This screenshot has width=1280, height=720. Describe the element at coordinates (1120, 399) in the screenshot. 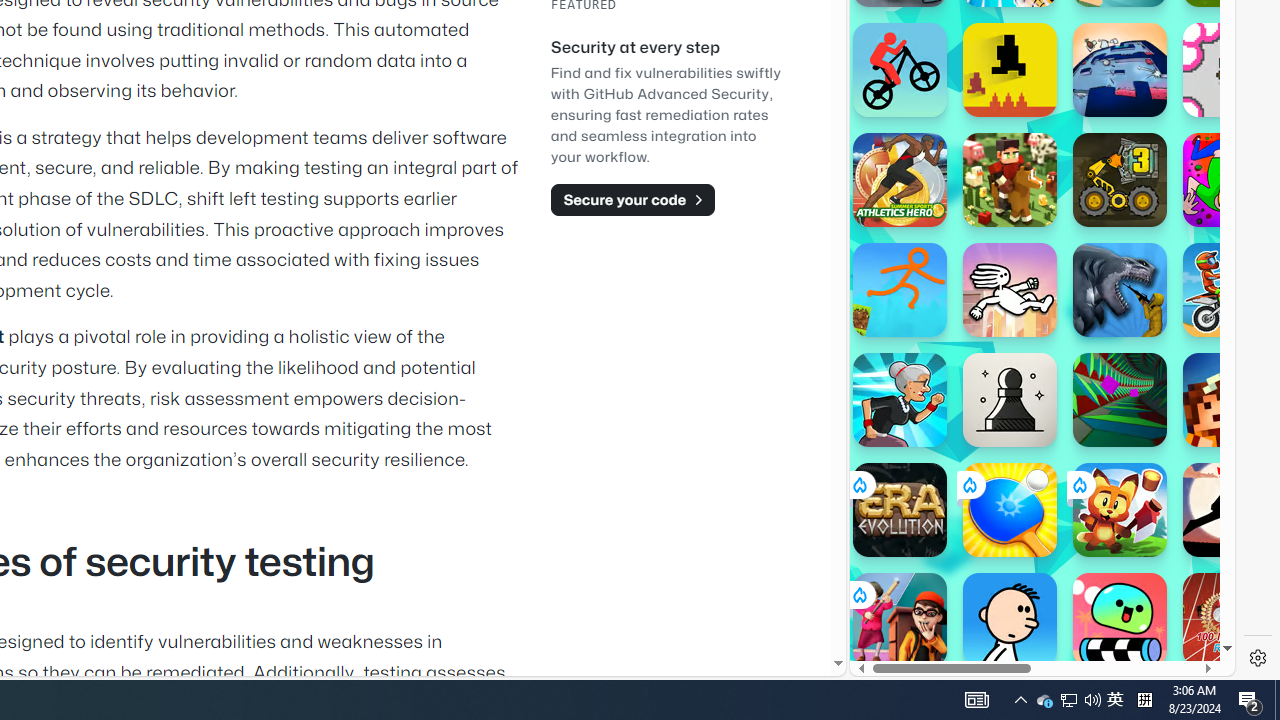

I see `'Tunnel Rush Tunnel Rush'` at that location.